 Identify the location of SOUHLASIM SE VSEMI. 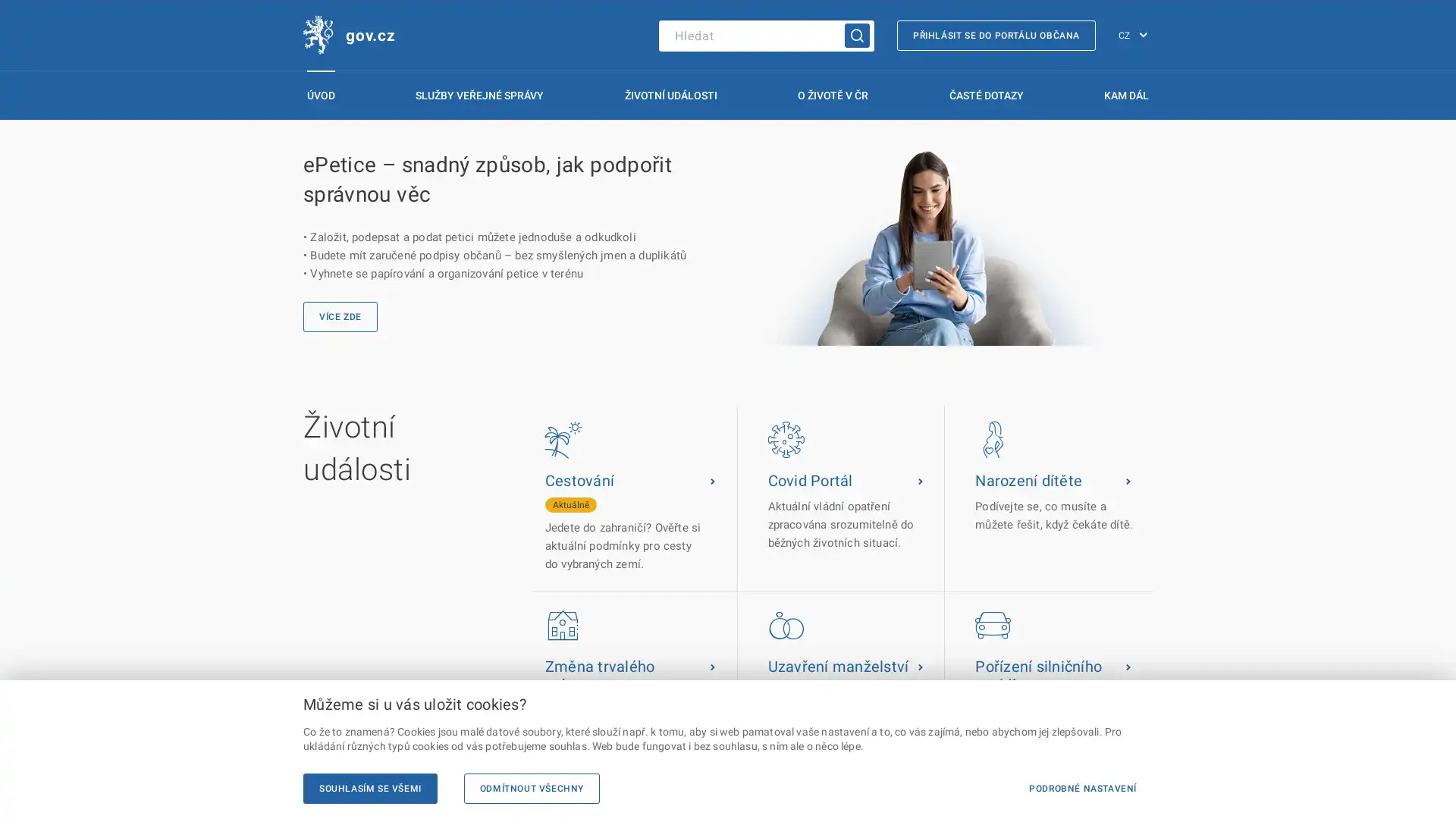
(370, 788).